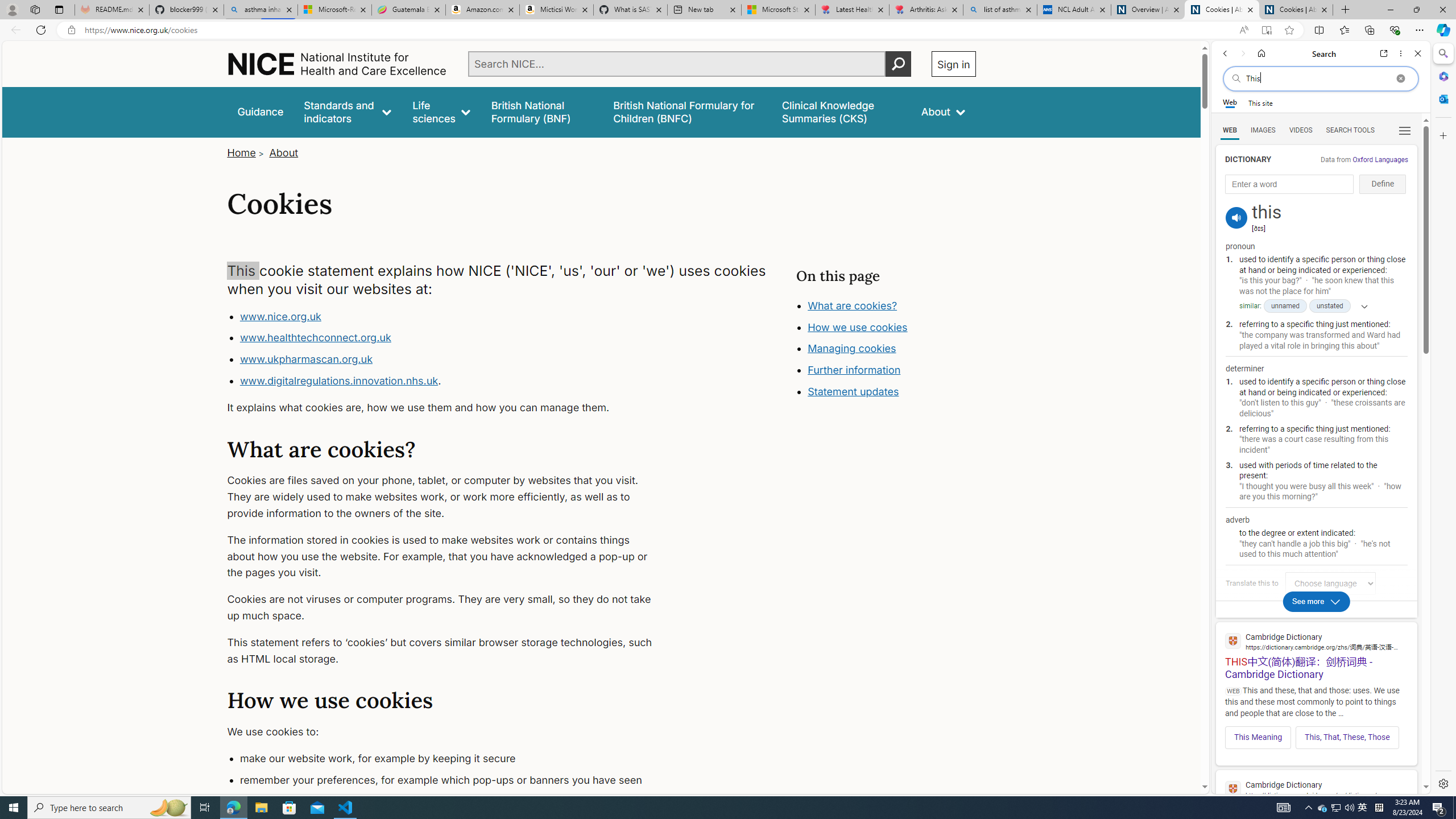 The height and width of the screenshot is (819, 1456). Describe the element at coordinates (1289, 184) in the screenshot. I see `'Enter a word'` at that location.